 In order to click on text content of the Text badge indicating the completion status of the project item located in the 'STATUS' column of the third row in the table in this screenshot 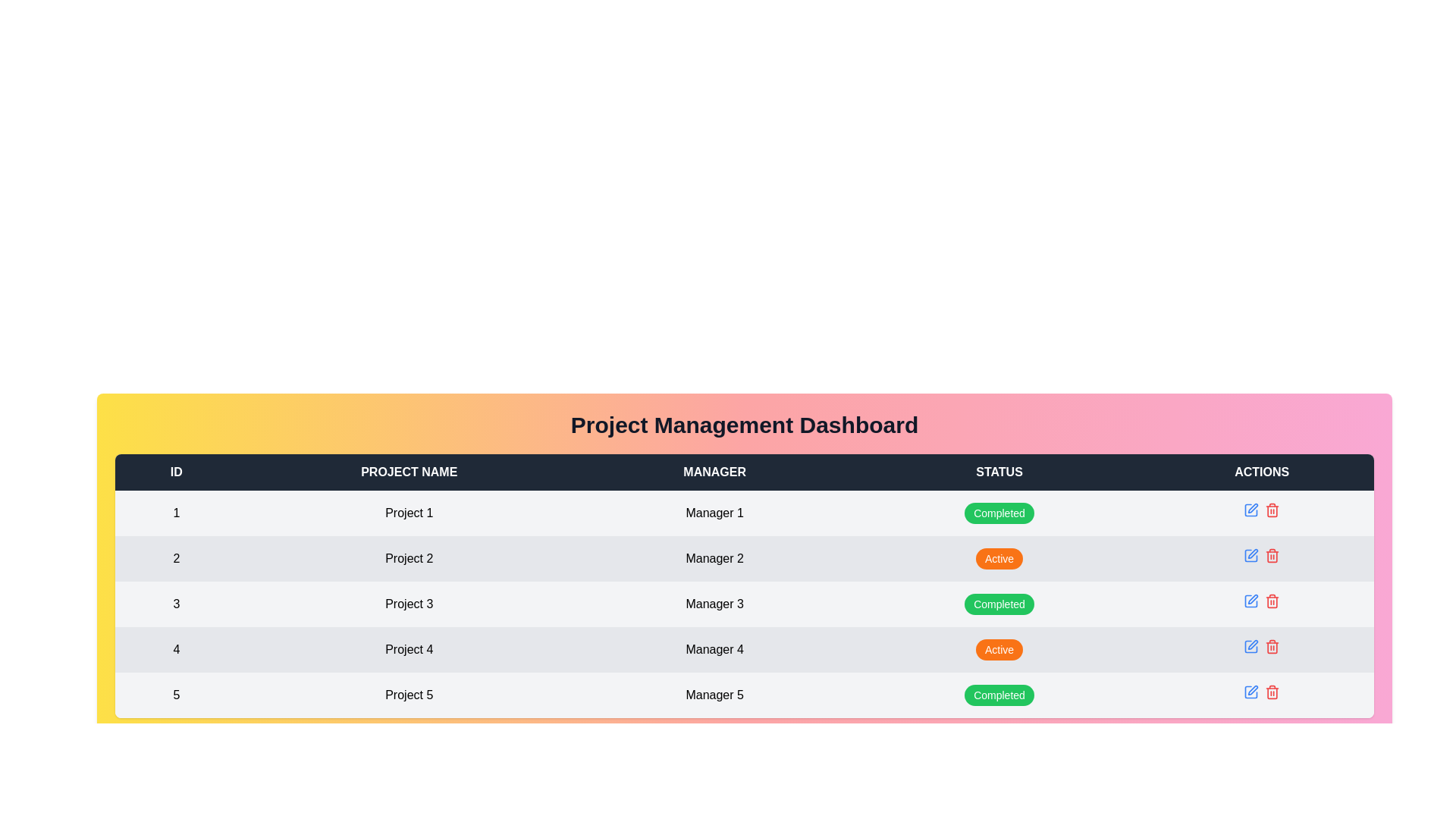, I will do `click(999, 604)`.